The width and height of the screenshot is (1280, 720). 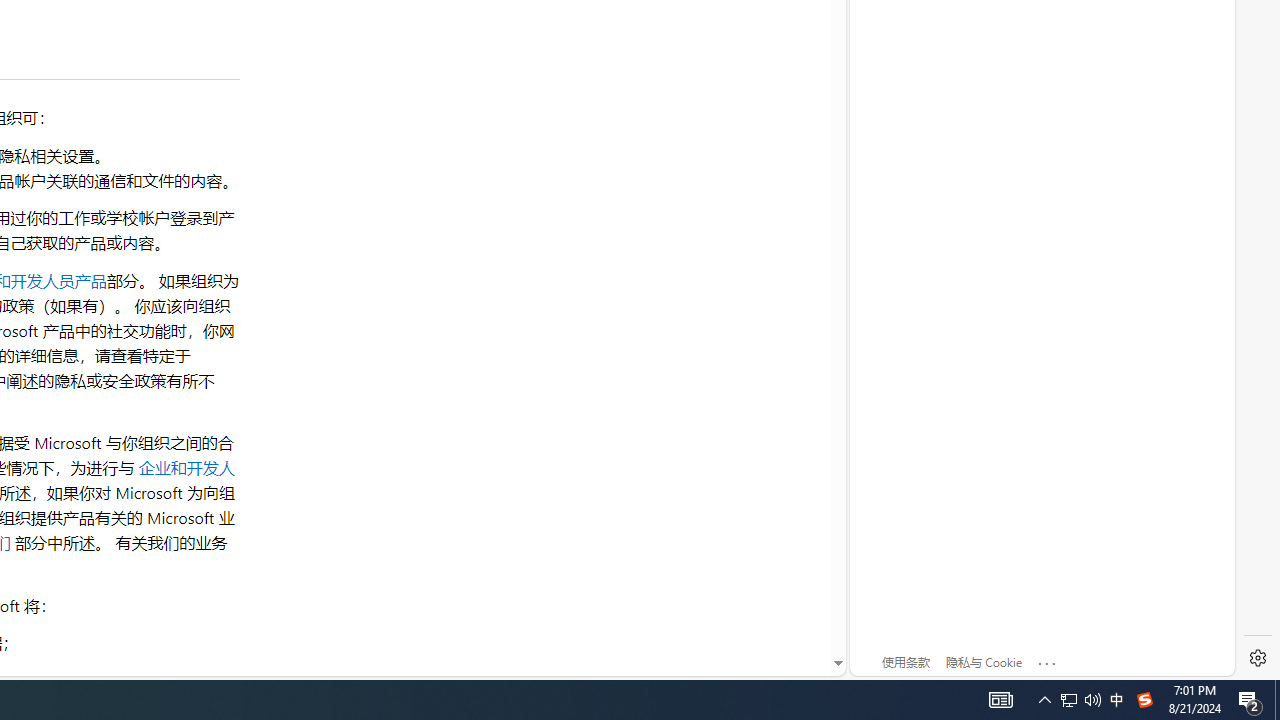 What do you see at coordinates (1068, 698) in the screenshot?
I see `'User Promoted Notification Area'` at bounding box center [1068, 698].